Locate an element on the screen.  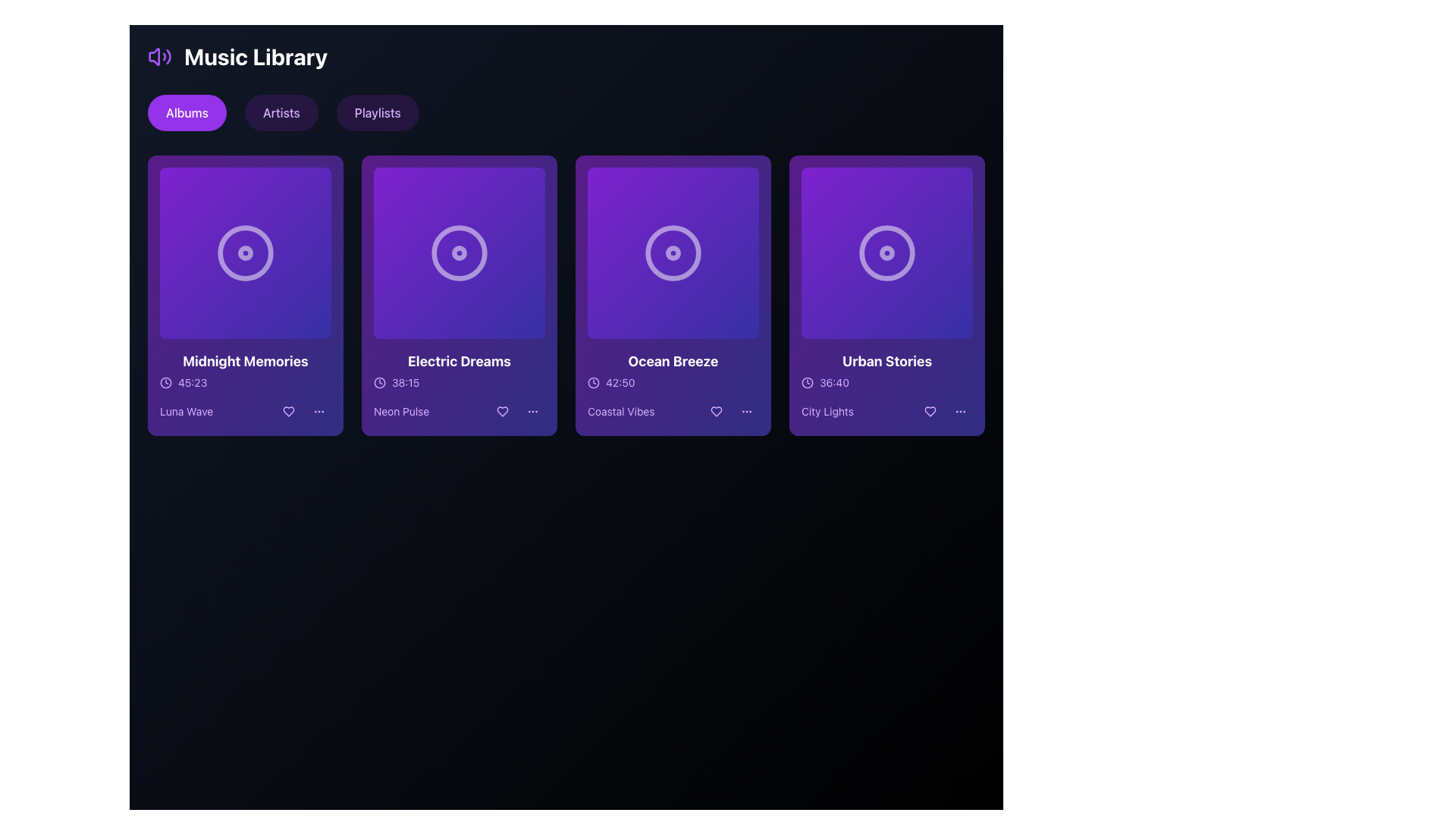
the 'play' icon inside the third card labeled 'Ocean Breeze' in the 'Music Library' interface is located at coordinates (673, 253).